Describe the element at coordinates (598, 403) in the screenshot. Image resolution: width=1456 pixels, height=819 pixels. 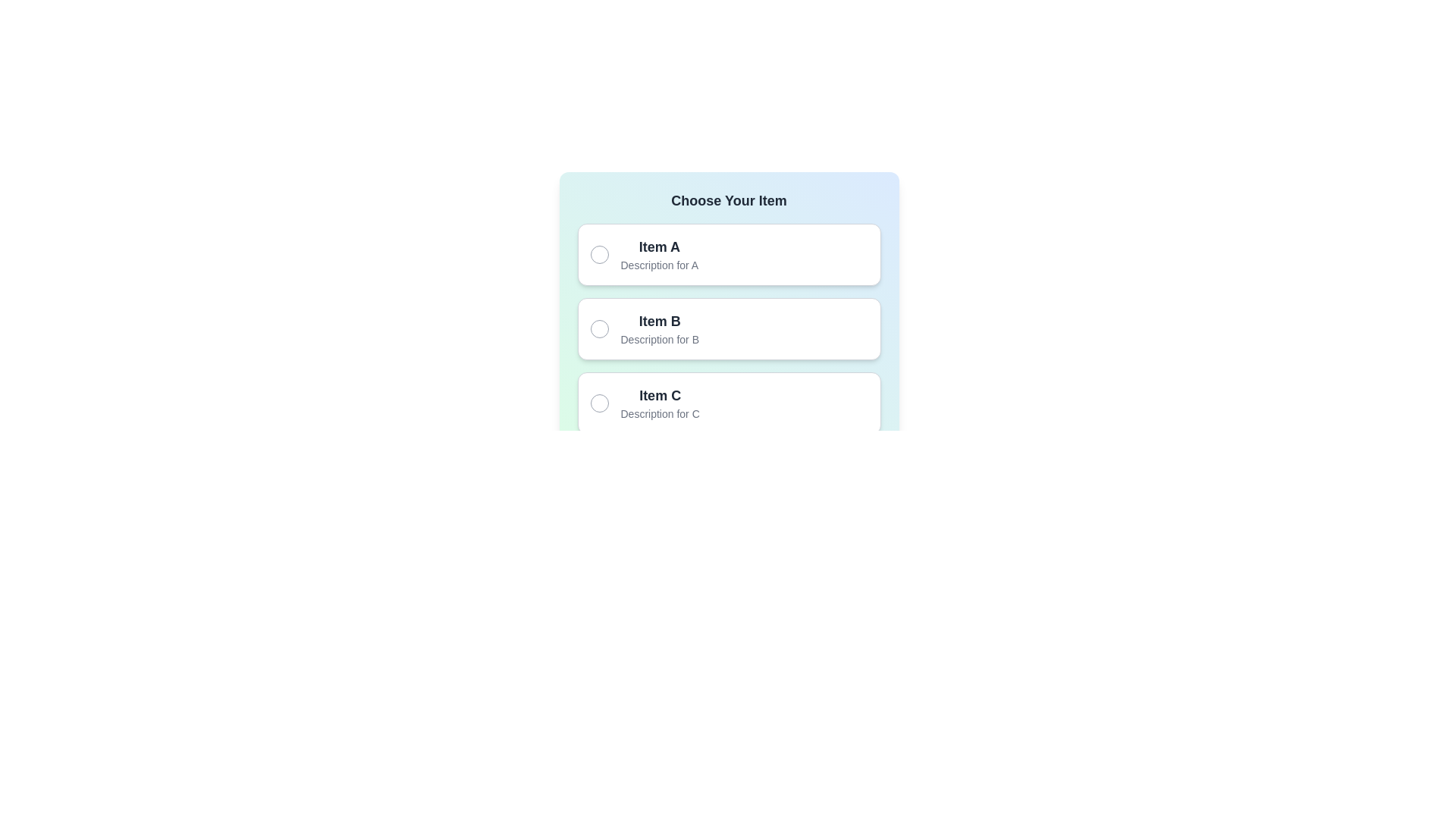
I see `the radio button located in the left part of the third row within a vertical list of items` at that location.